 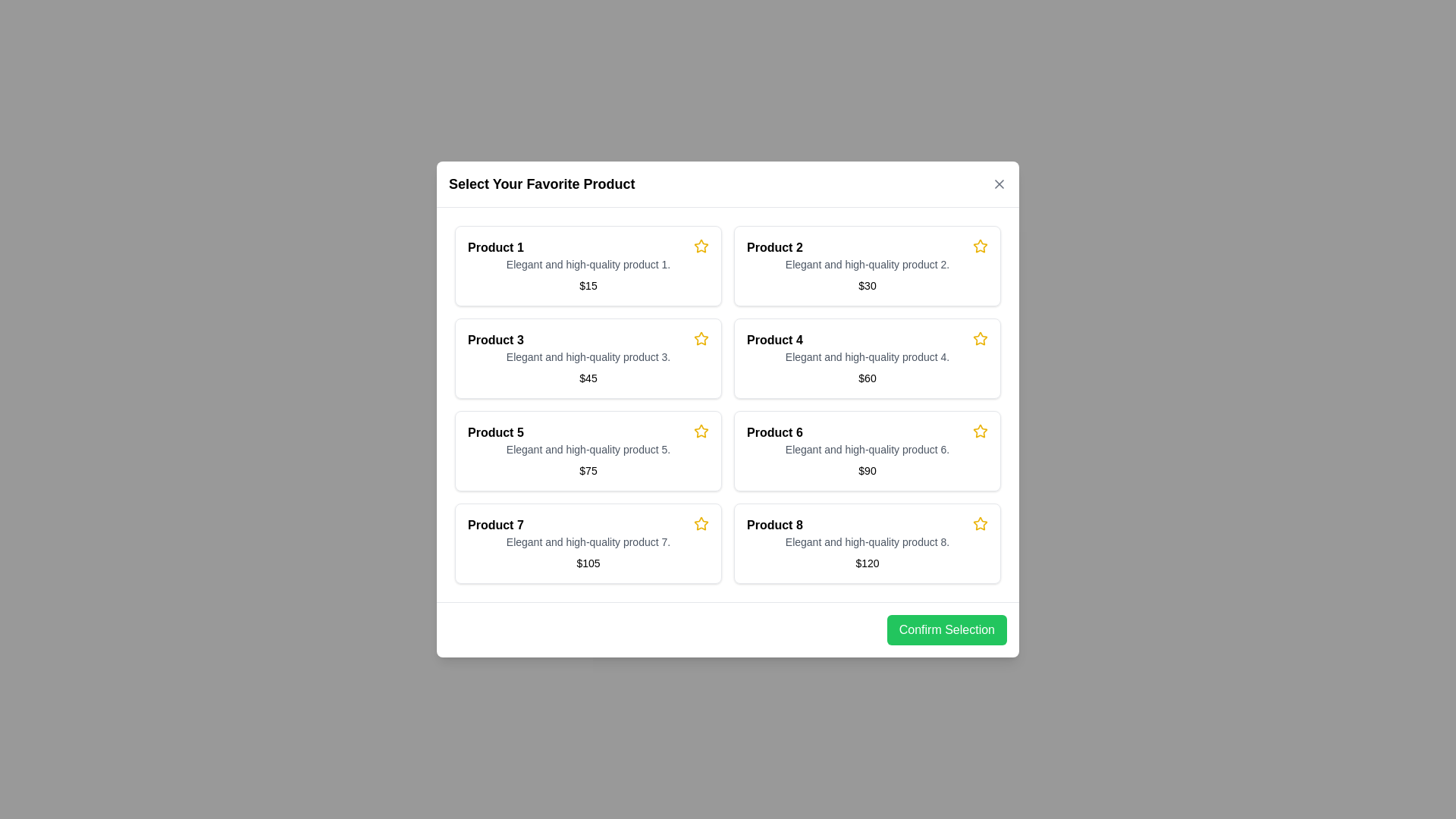 What do you see at coordinates (946, 629) in the screenshot?
I see `the 'Confirm Selection' button to confirm the selected product` at bounding box center [946, 629].